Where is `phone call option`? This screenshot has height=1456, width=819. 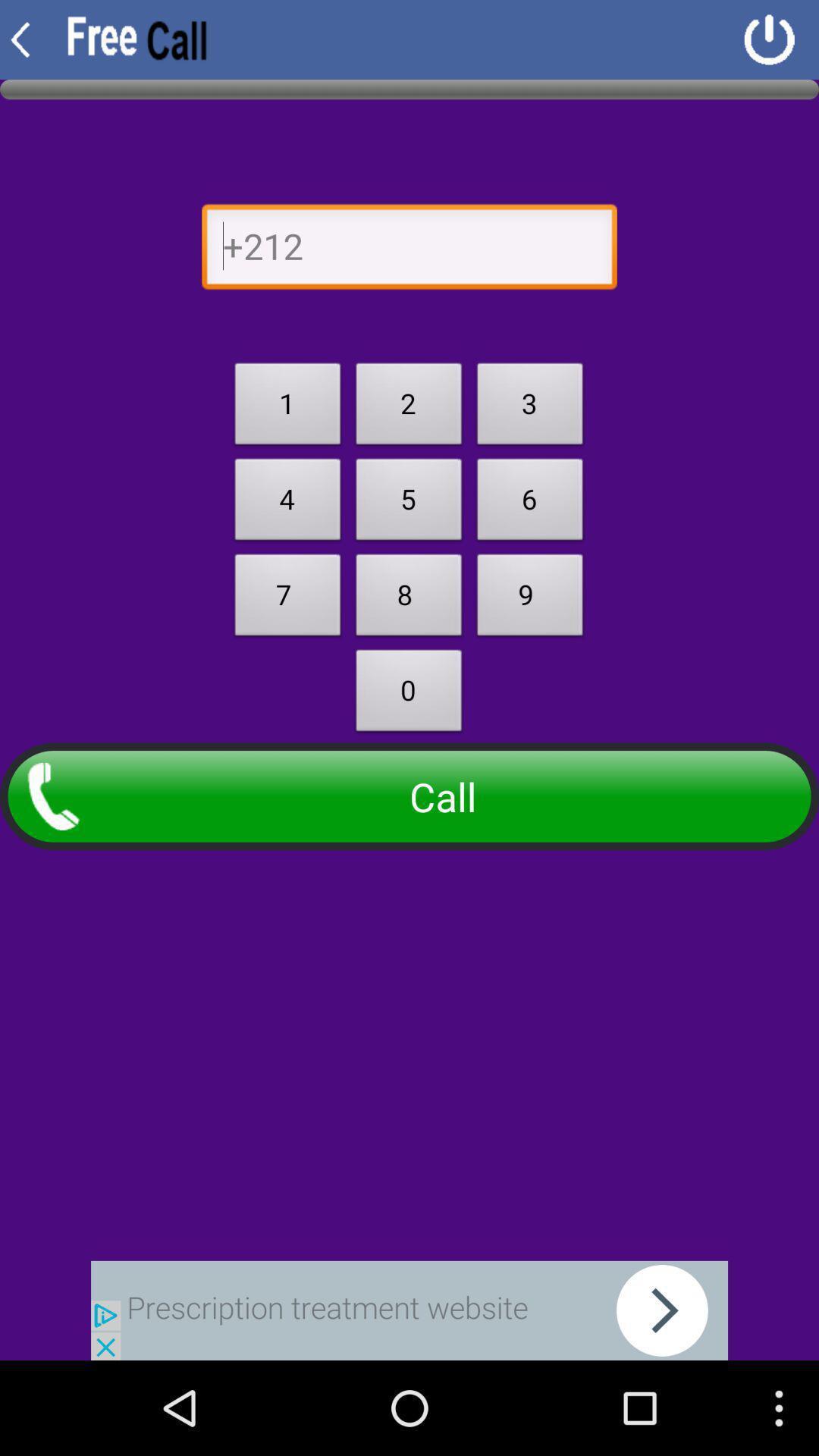
phone call option is located at coordinates (409, 250).